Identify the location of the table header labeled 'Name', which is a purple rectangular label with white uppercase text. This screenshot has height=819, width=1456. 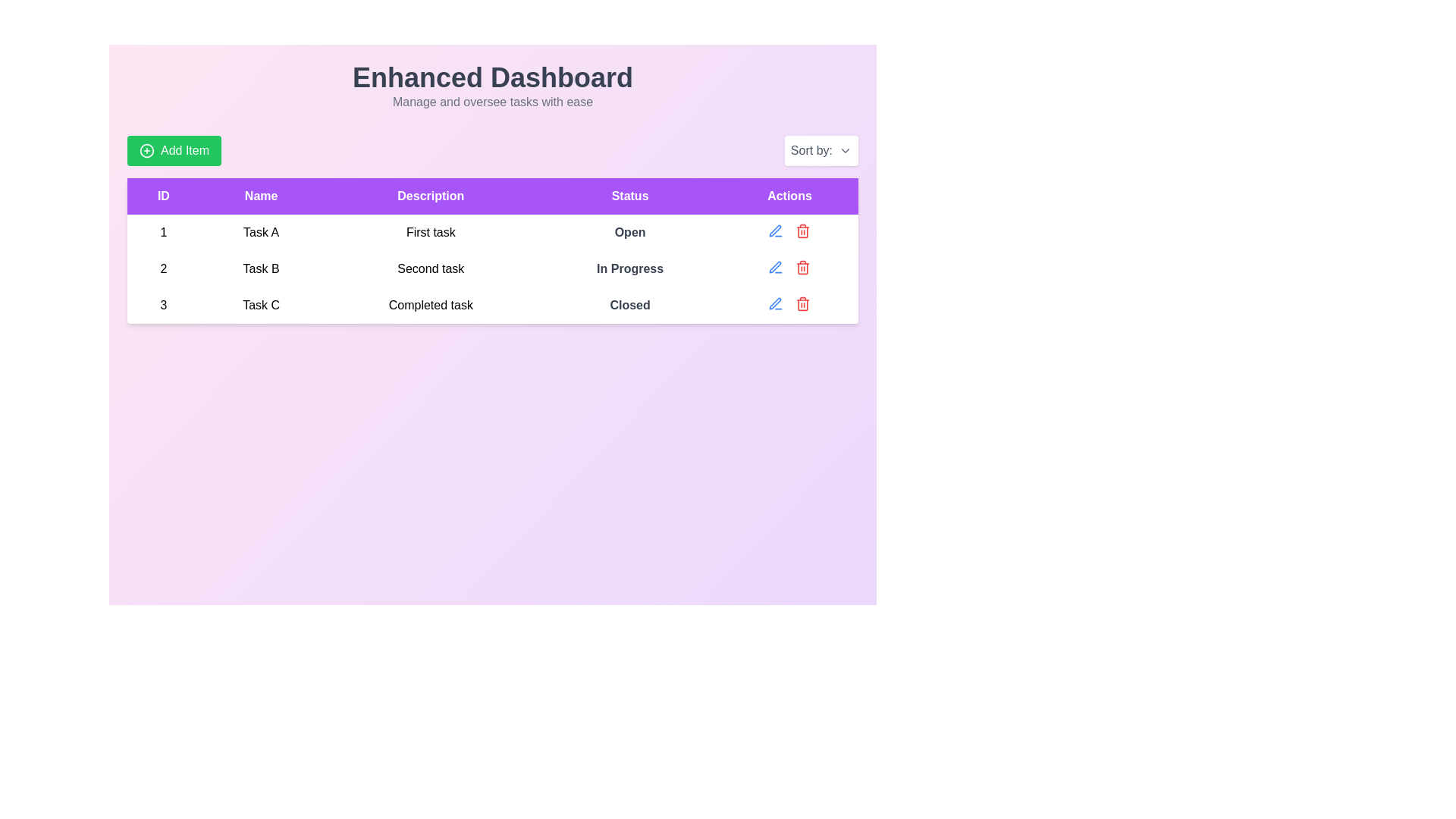
(261, 195).